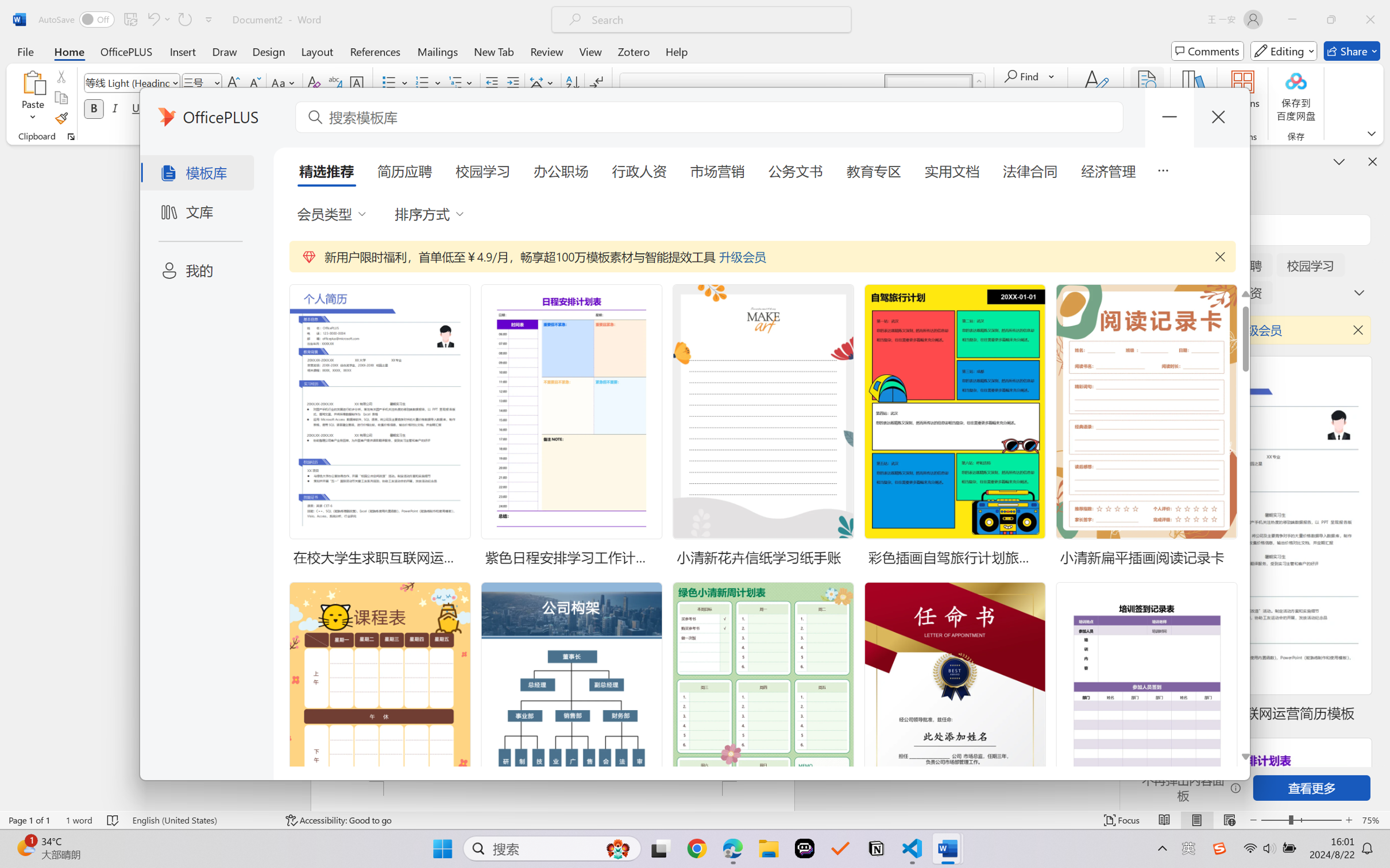 This screenshot has width=1390, height=868. Describe the element at coordinates (633, 51) in the screenshot. I see `'Zotero'` at that location.